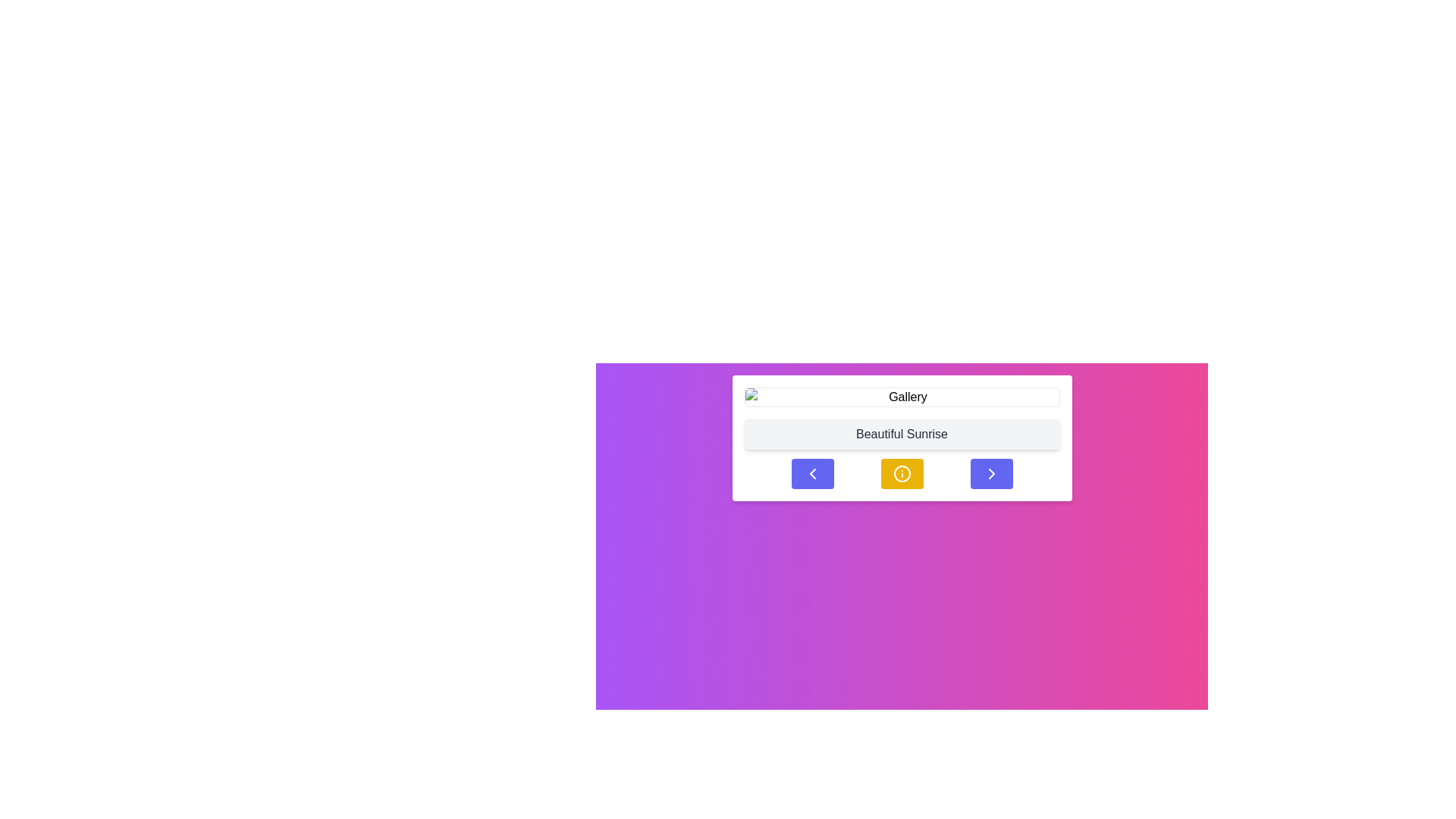 The image size is (1456, 819). I want to click on the 'Gallery' image placeholder icon, which is styled with rounded corners and a bordered layout, located at the topmost position adjacent to the title 'Beautiful Sunrise', so click(902, 397).